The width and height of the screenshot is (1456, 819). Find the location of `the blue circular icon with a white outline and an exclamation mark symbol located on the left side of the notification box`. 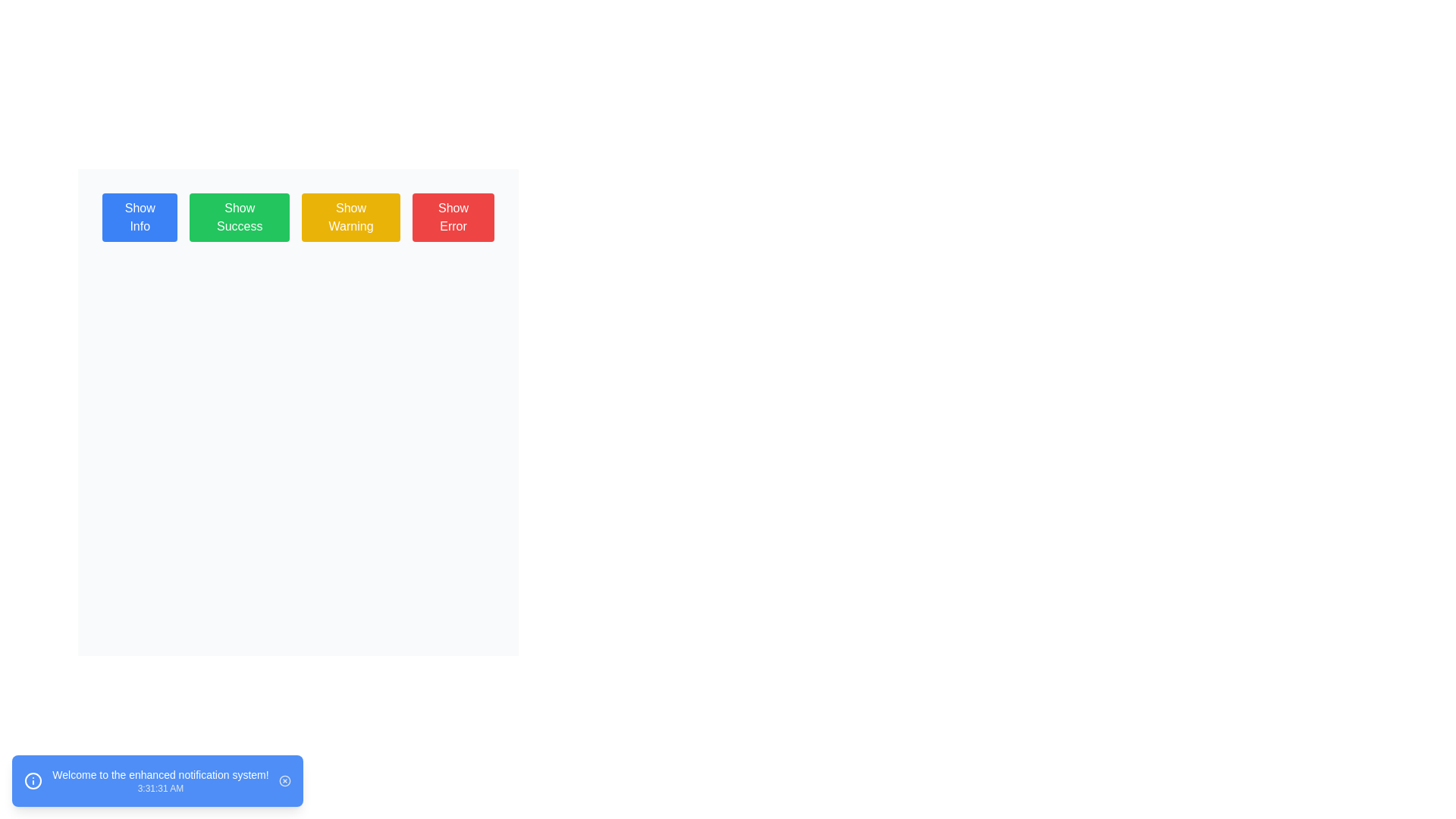

the blue circular icon with a white outline and an exclamation mark symbol located on the left side of the notification box is located at coordinates (33, 780).